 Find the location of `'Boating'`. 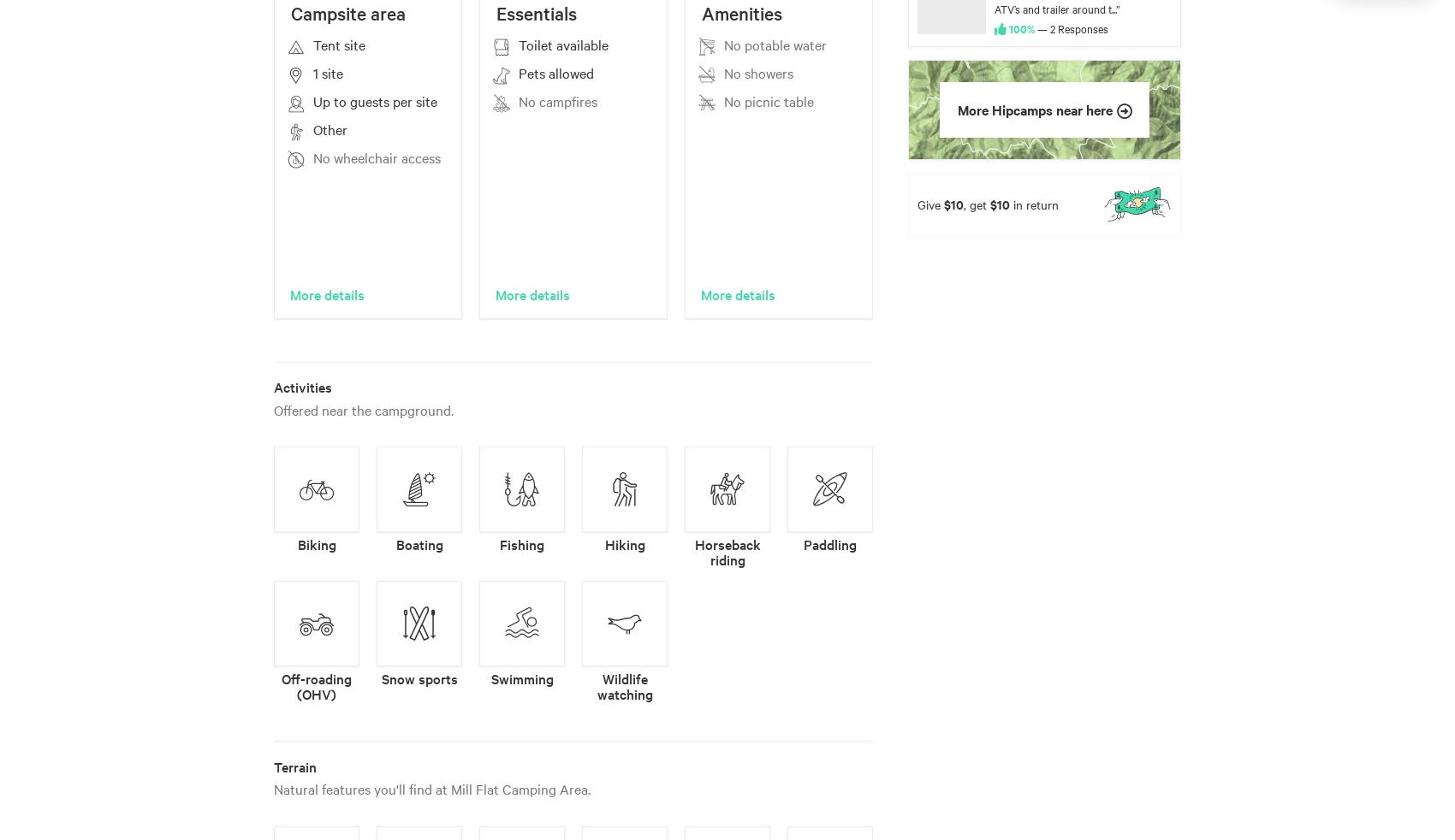

'Boating' is located at coordinates (395, 543).